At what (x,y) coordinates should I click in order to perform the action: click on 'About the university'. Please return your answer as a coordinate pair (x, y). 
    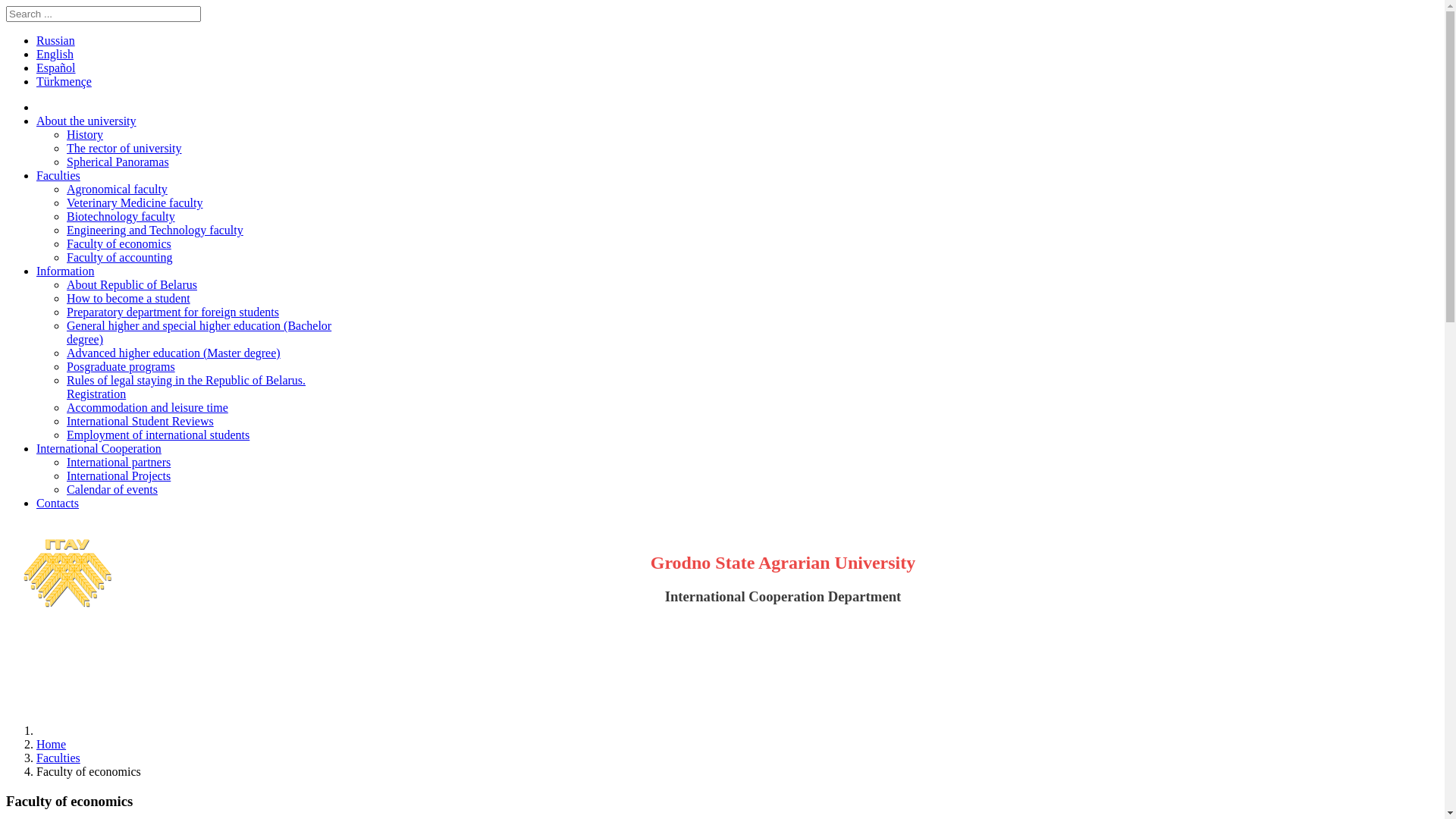
    Looking at the image, I should click on (36, 120).